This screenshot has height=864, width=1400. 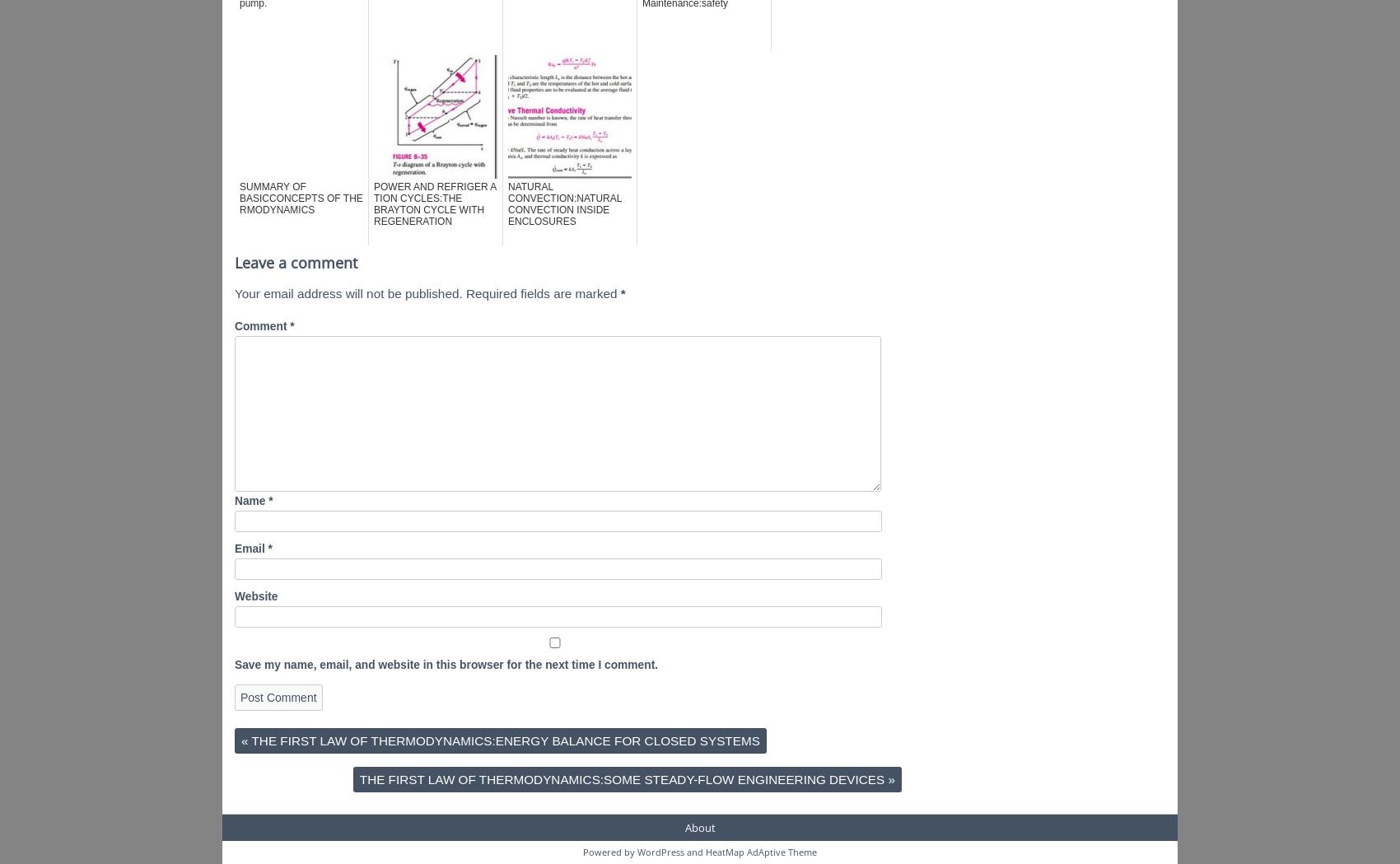 What do you see at coordinates (262, 325) in the screenshot?
I see `'Comment'` at bounding box center [262, 325].